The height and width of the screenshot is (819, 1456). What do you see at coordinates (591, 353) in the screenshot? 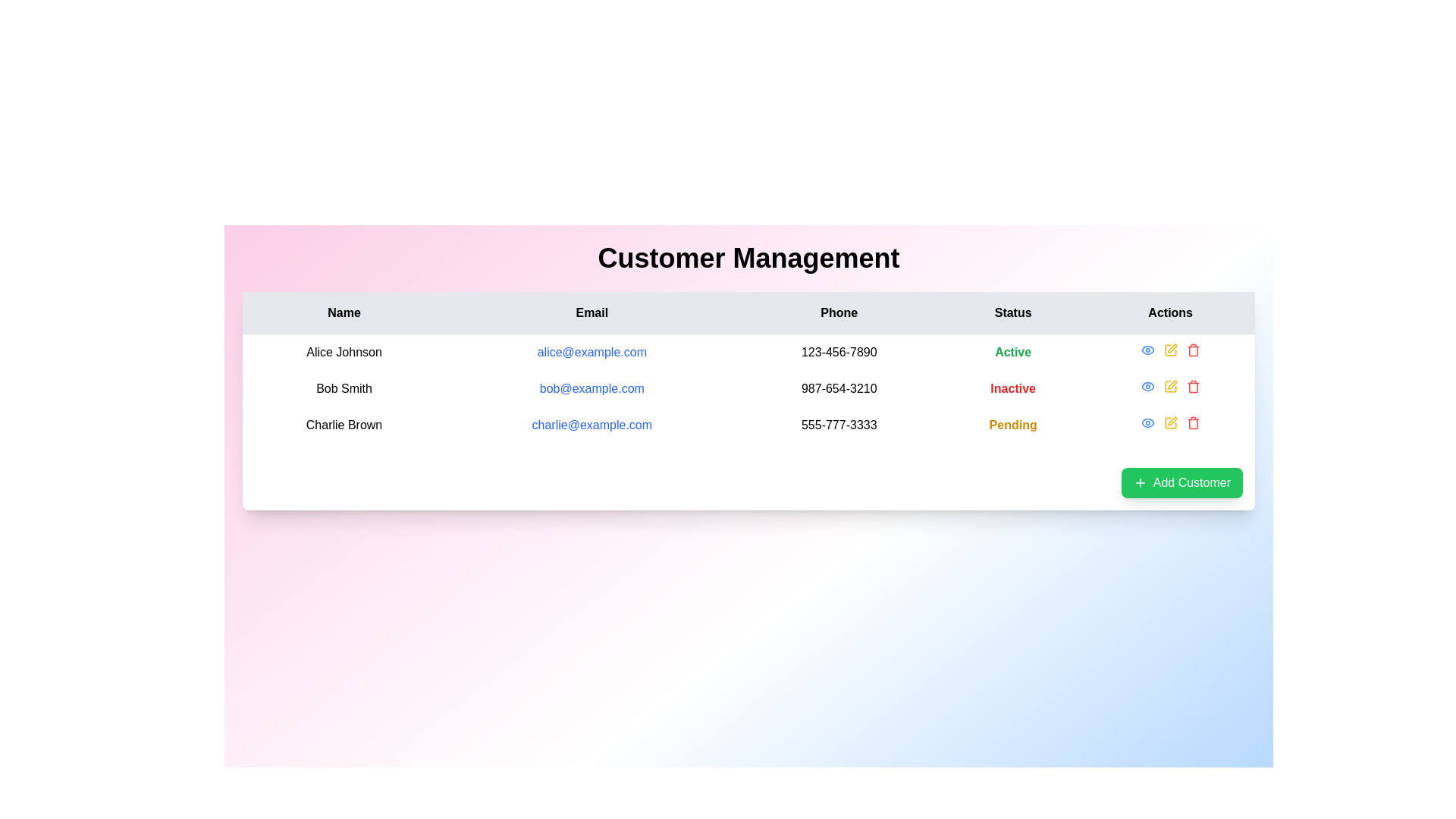
I see `the text link displaying 'alice@example.com'` at bounding box center [591, 353].